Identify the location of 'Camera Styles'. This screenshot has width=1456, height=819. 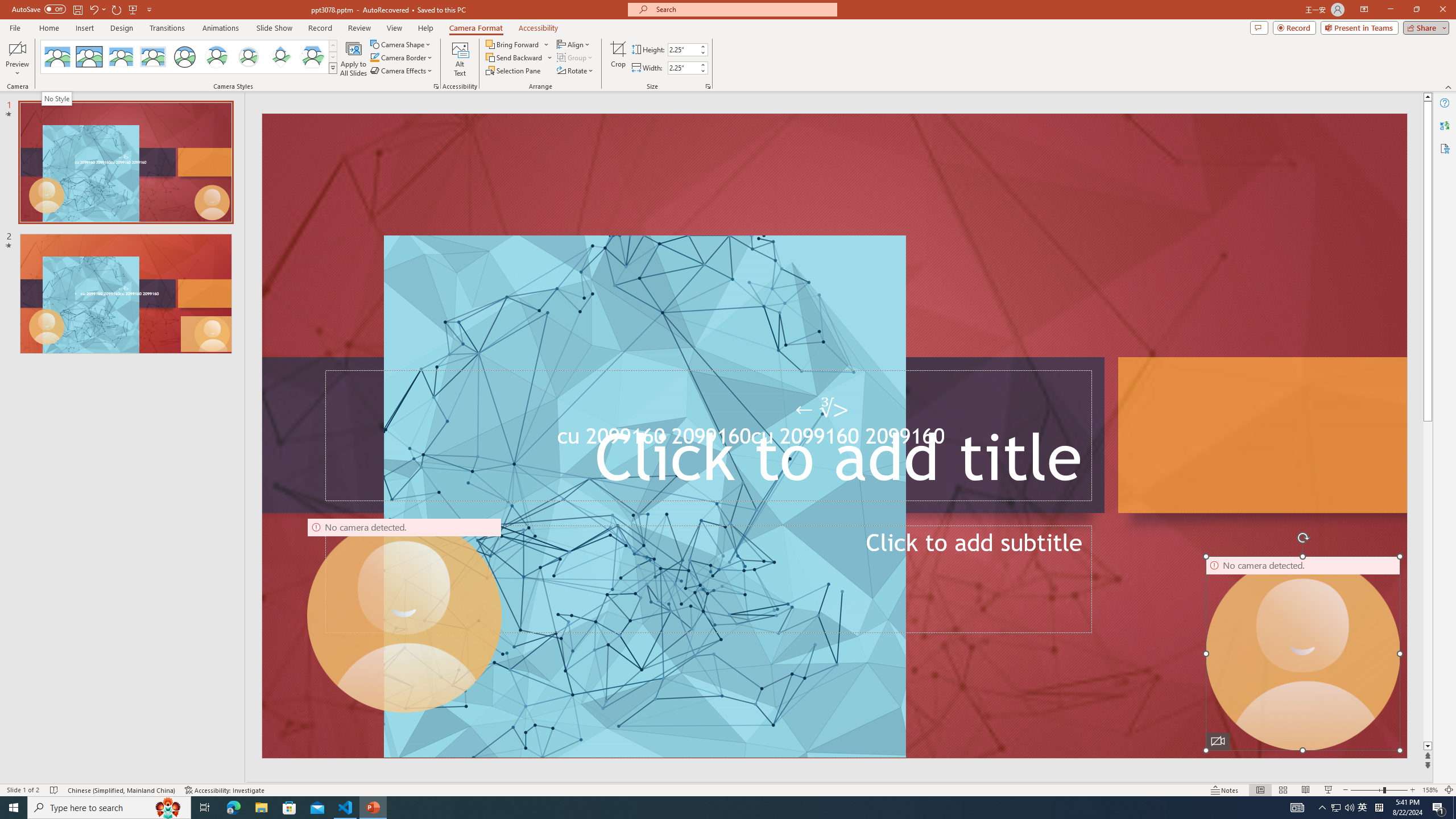
(333, 67).